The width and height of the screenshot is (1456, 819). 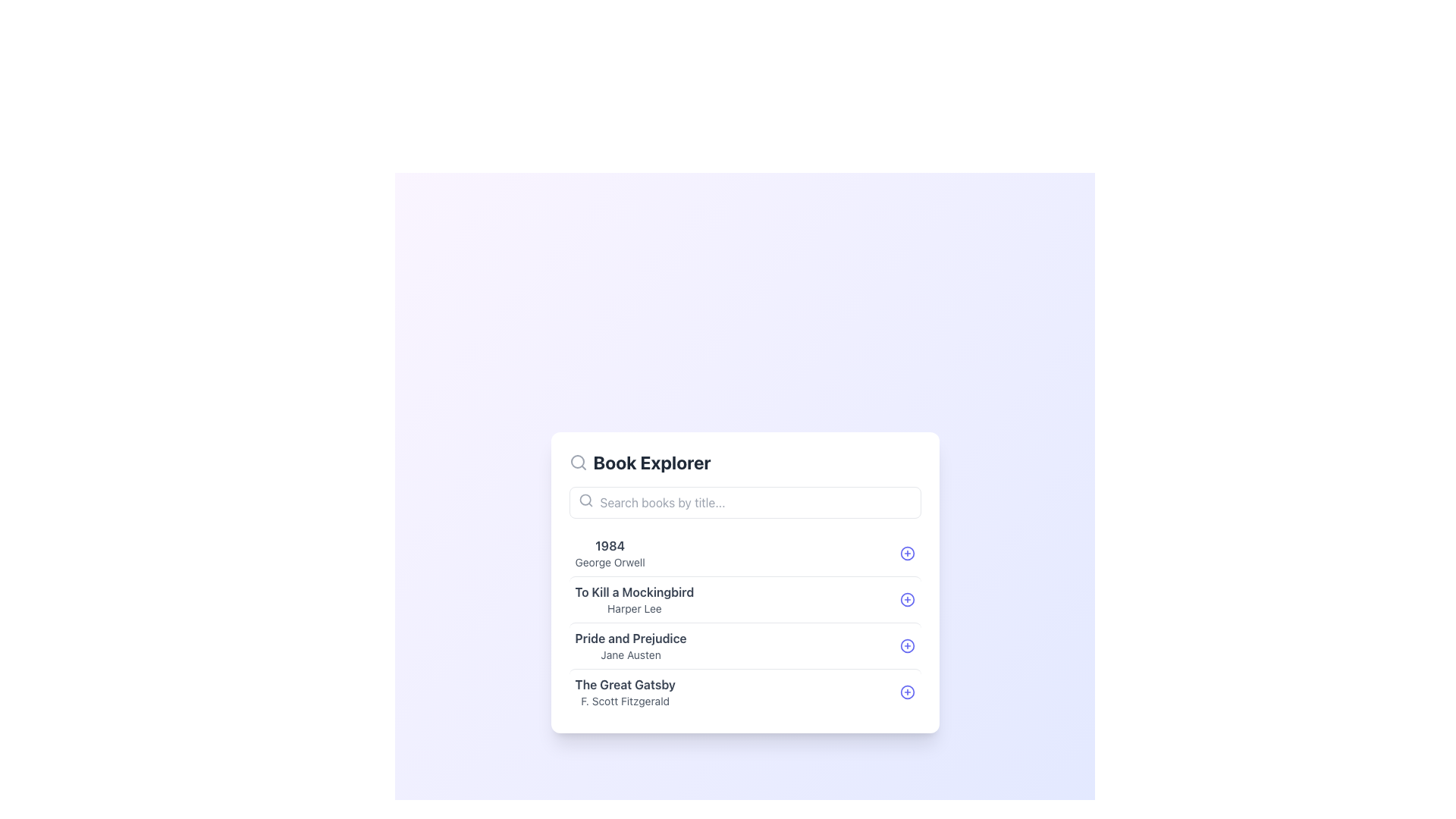 What do you see at coordinates (577, 461) in the screenshot?
I see `the grayish magnifying glass icon located to the left of the 'Book Explorer' title` at bounding box center [577, 461].